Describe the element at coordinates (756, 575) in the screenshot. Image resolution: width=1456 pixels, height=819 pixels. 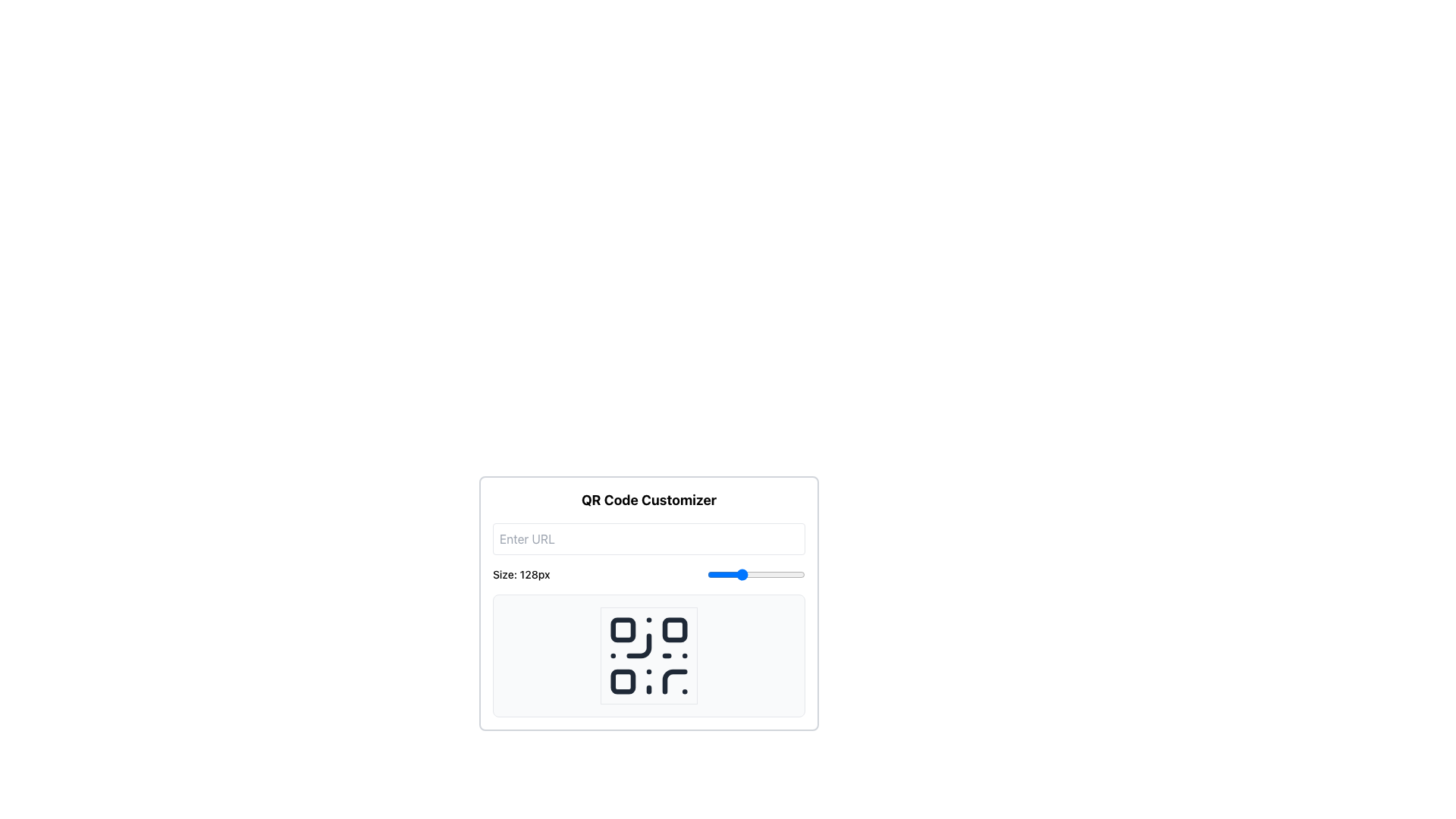
I see `and drag the blue circular handle of the horizontal slider located to the right of the text 'Size: 128px' within the 'QR Code Customizer' box to adjust the value` at that location.